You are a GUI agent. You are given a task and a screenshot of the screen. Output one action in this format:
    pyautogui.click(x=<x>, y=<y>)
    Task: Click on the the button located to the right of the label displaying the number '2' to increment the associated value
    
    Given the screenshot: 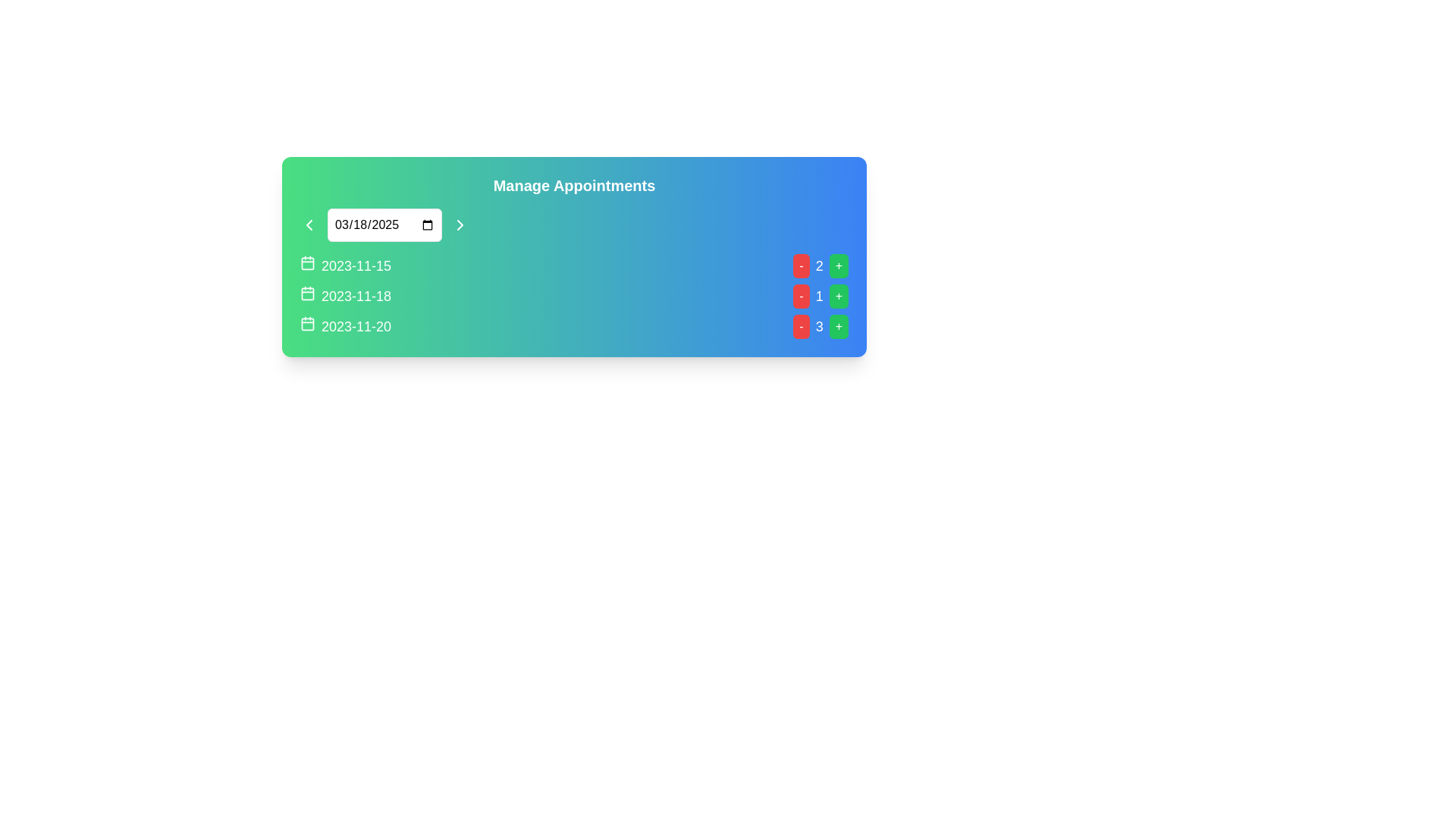 What is the action you would take?
    pyautogui.click(x=838, y=265)
    